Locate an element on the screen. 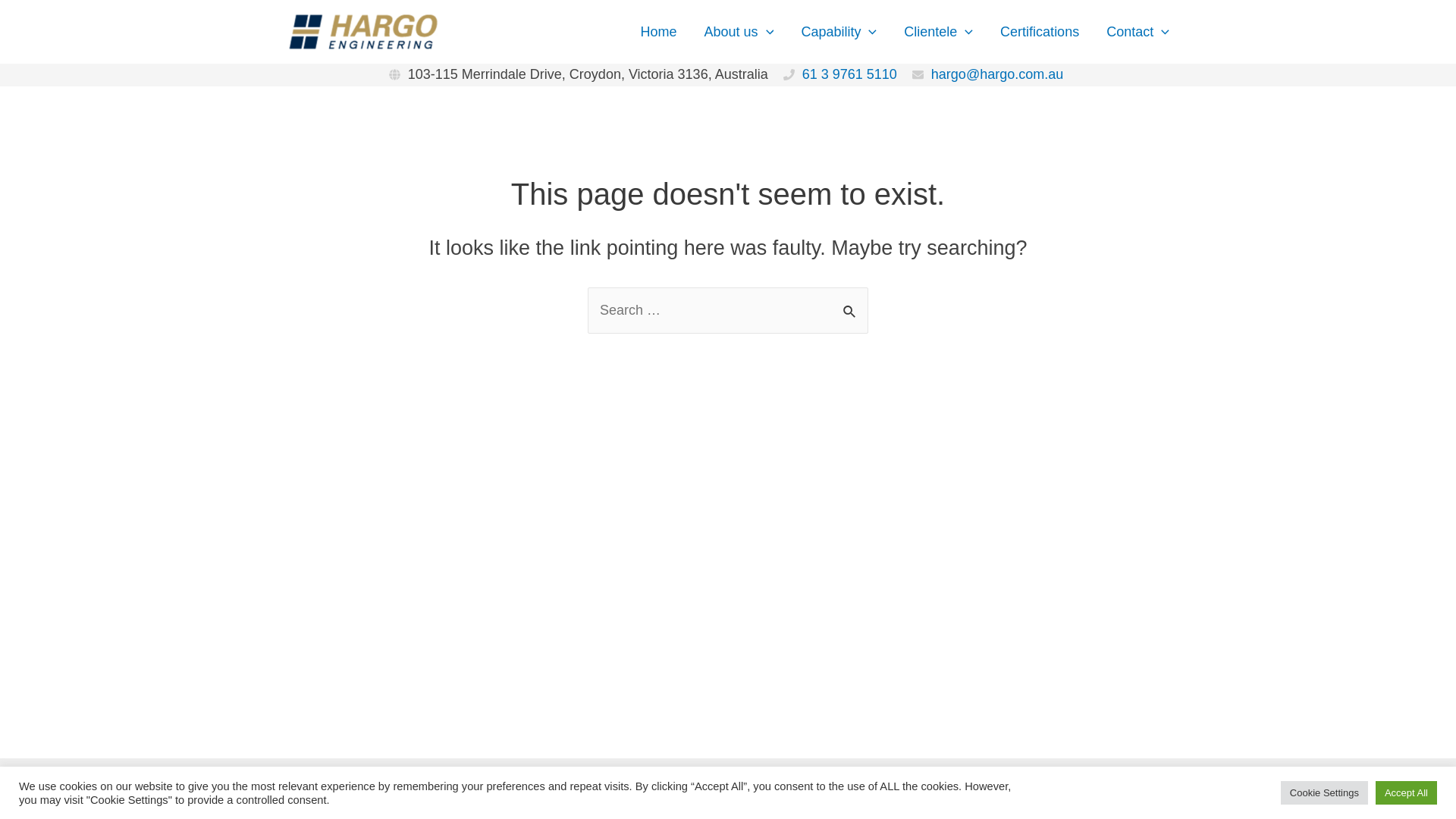  'Search' is located at coordinates (851, 304).